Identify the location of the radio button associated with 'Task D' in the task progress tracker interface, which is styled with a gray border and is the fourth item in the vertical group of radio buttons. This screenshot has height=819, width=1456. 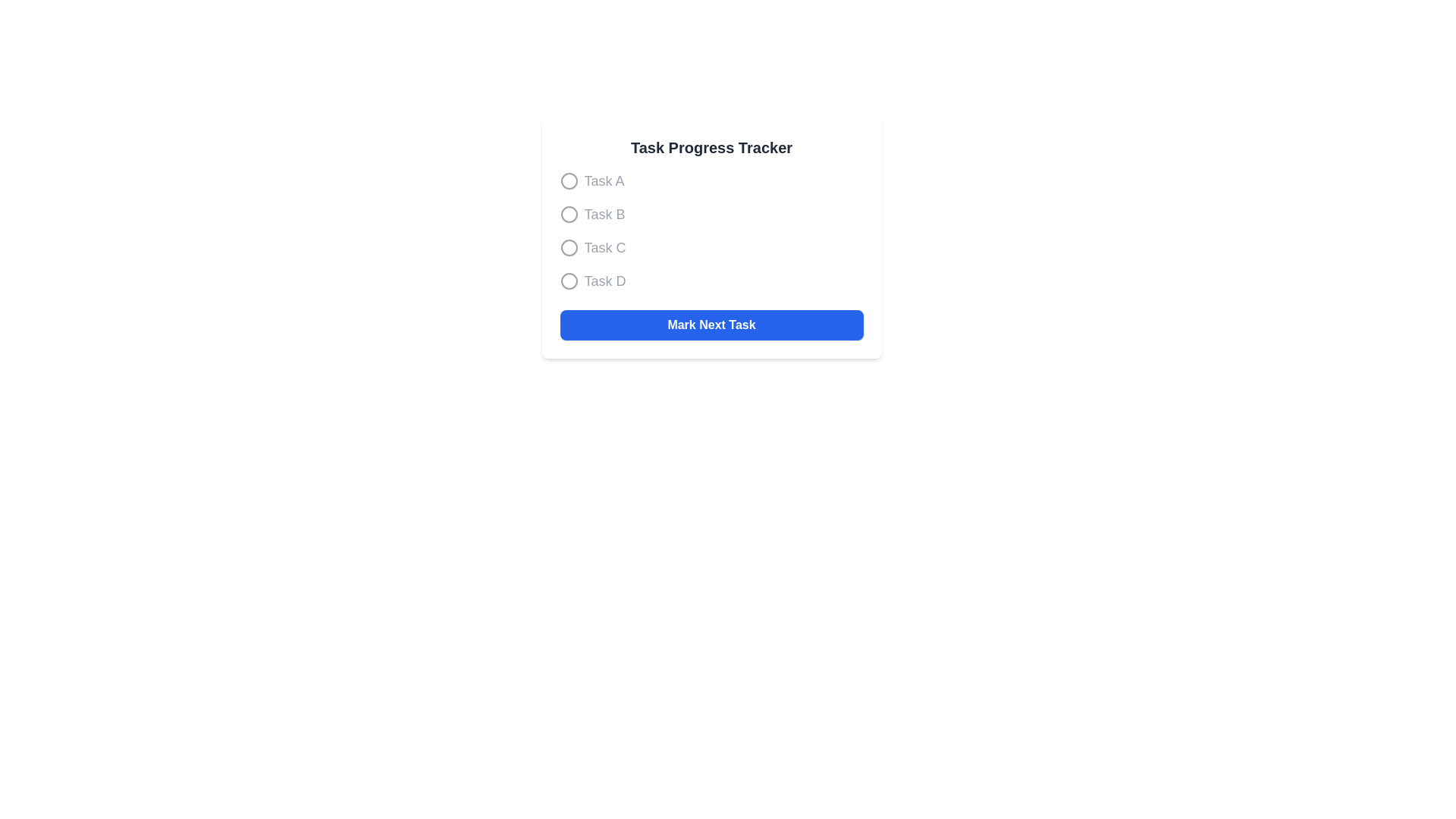
(568, 281).